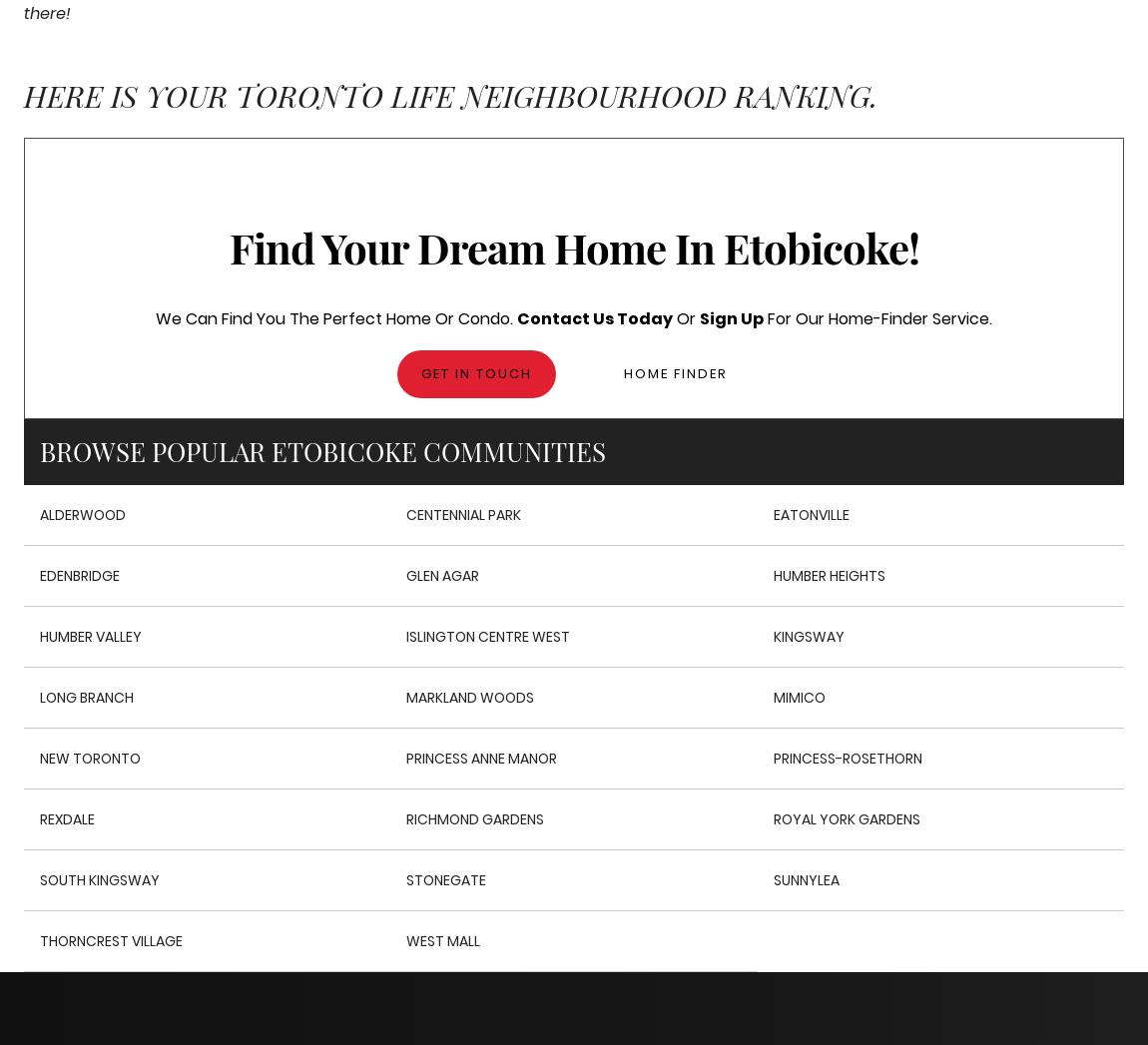  Describe the element at coordinates (481, 757) in the screenshot. I see `'Princess Anne Manor'` at that location.